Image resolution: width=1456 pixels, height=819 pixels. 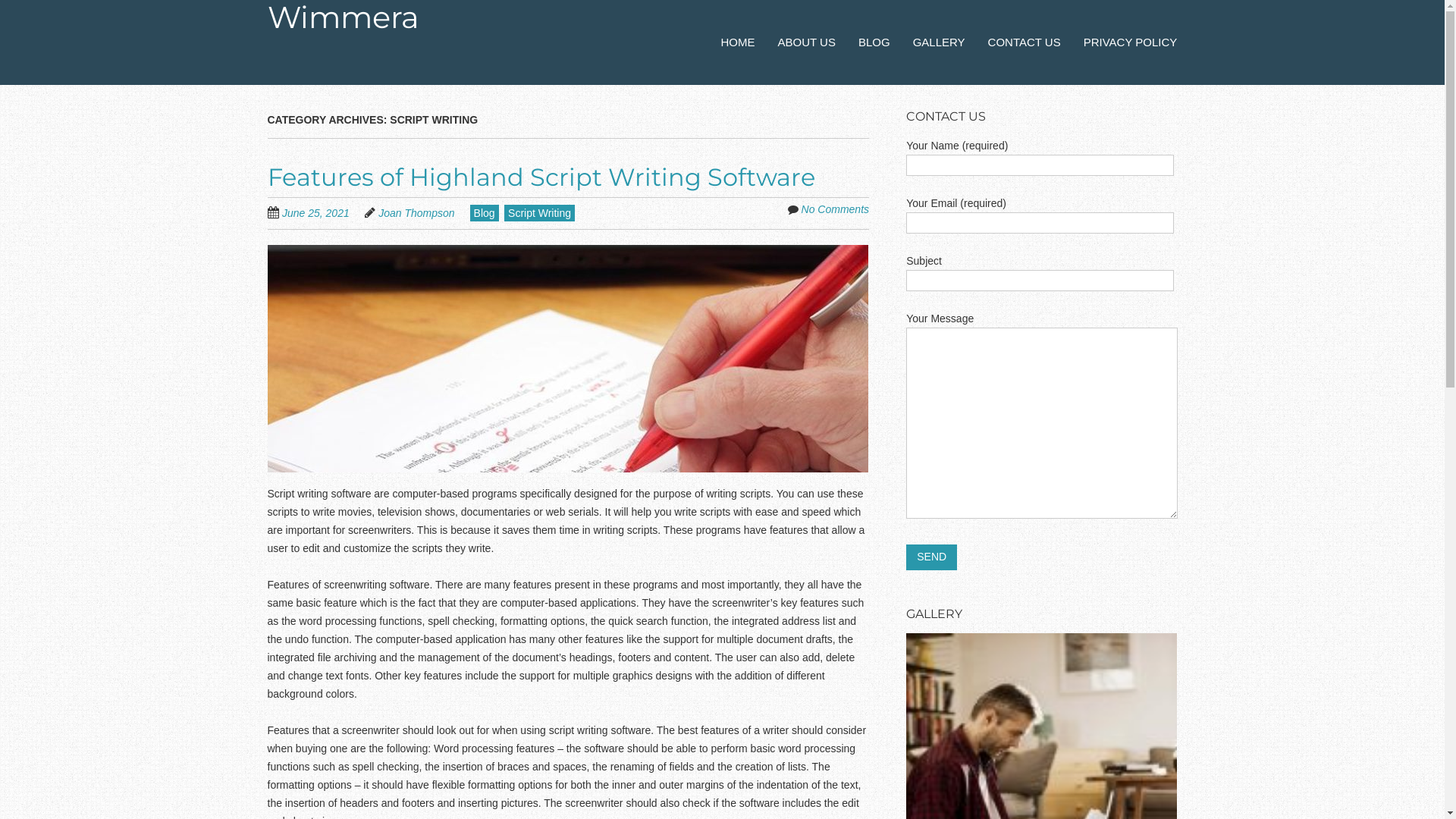 What do you see at coordinates (483, 213) in the screenshot?
I see `'Blog'` at bounding box center [483, 213].